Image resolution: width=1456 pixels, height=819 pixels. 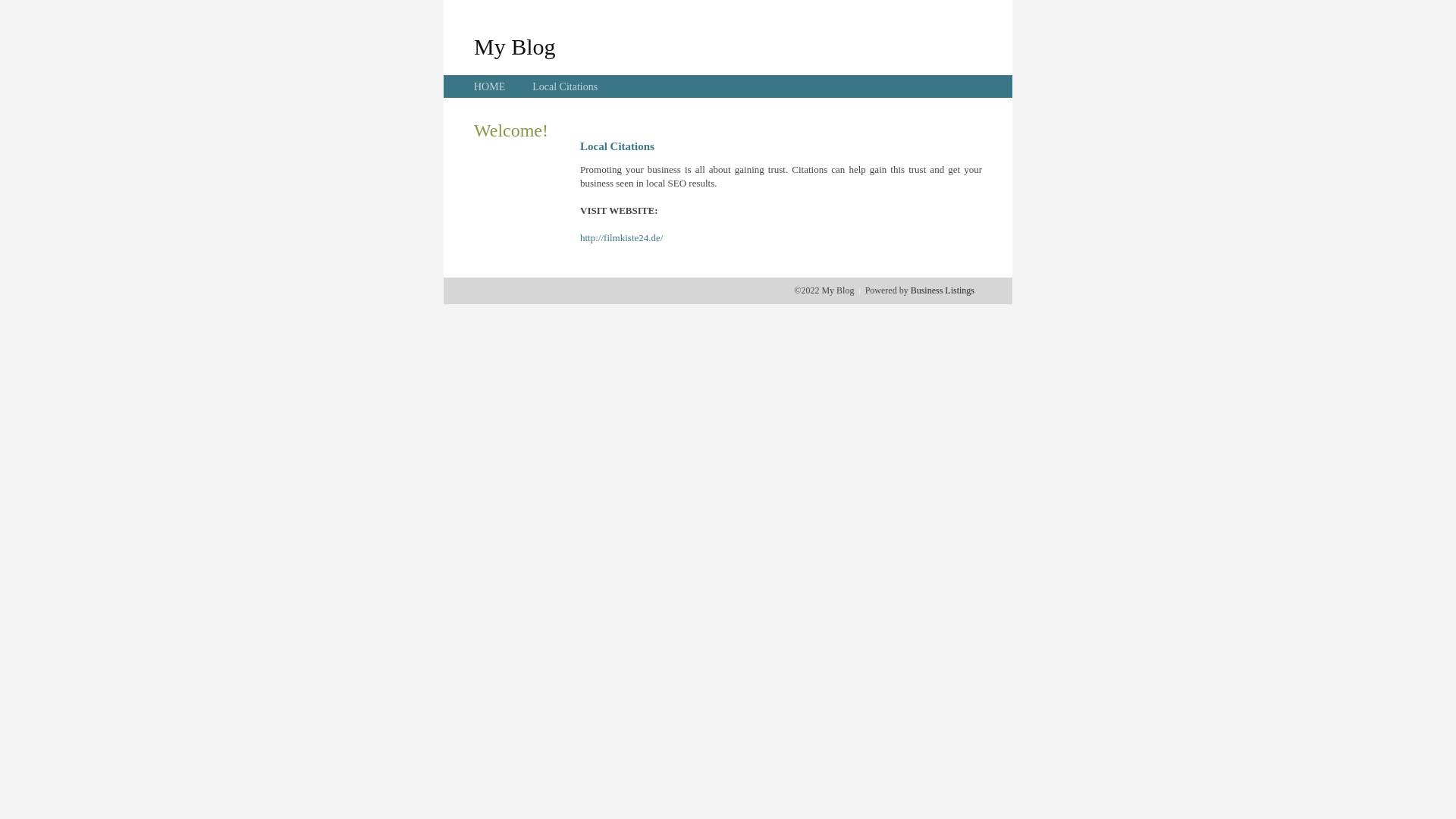 I want to click on 'HOME', so click(x=489, y=86).